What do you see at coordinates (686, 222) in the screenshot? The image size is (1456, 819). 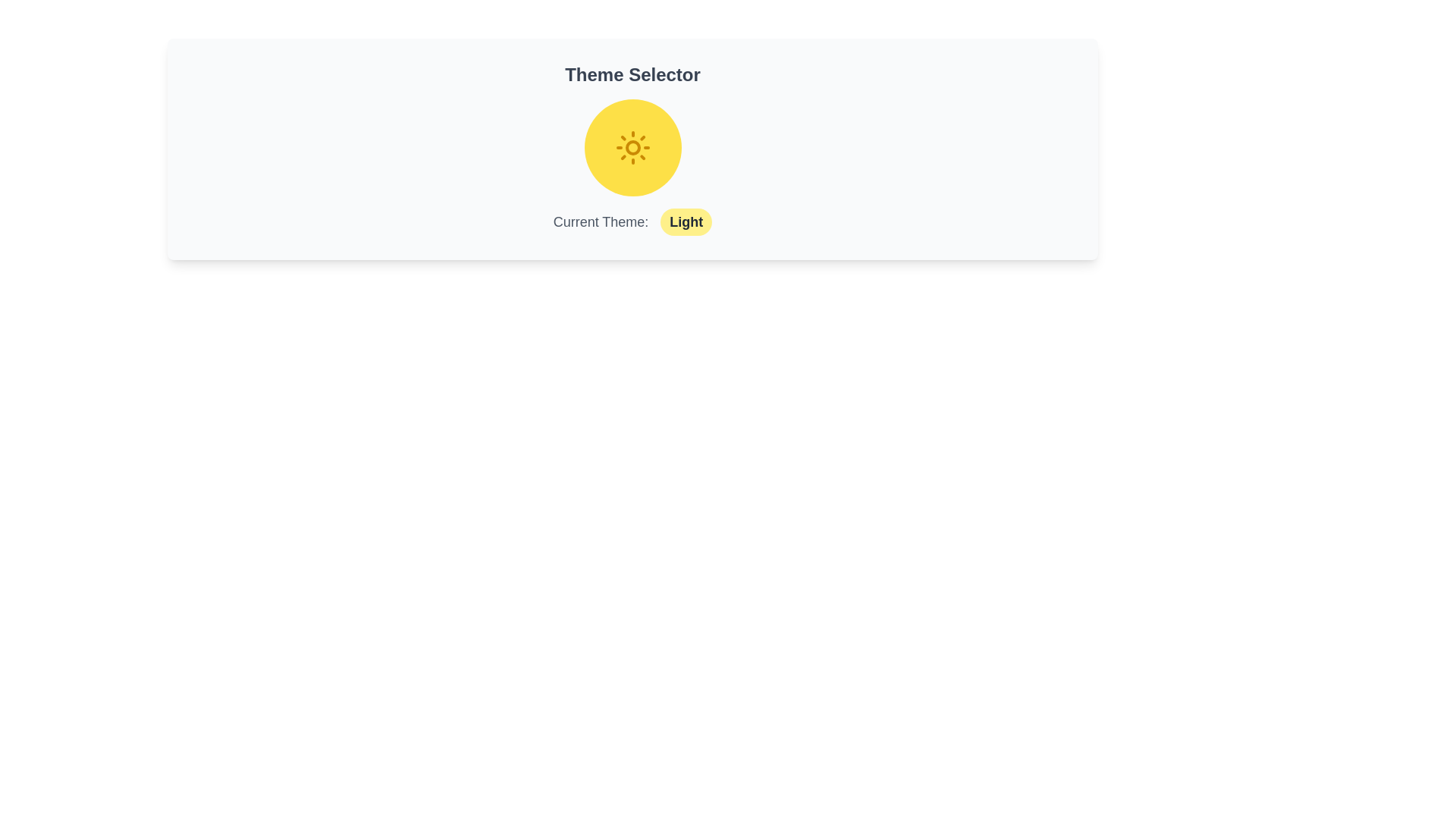 I see `the pill-like label with the text 'Light', which has a yellow background and is located to the right of 'Current Theme:' under the 'Theme Selector' section` at bounding box center [686, 222].